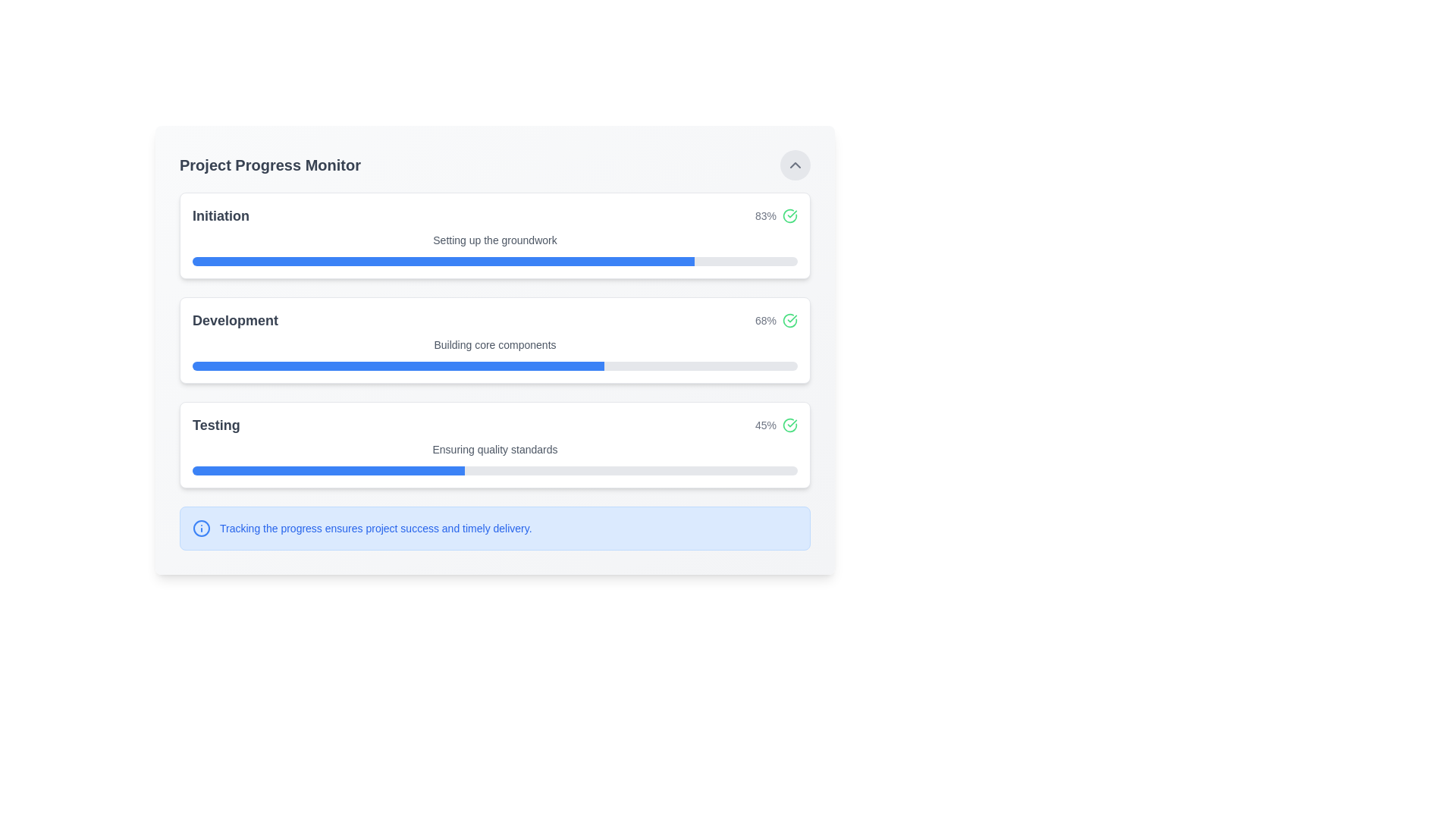  What do you see at coordinates (494, 470) in the screenshot?
I see `the Progress Bar that visually represents the progress of the 'Testing' phase, located beneath the text 'Ensuring quality standards.'` at bounding box center [494, 470].